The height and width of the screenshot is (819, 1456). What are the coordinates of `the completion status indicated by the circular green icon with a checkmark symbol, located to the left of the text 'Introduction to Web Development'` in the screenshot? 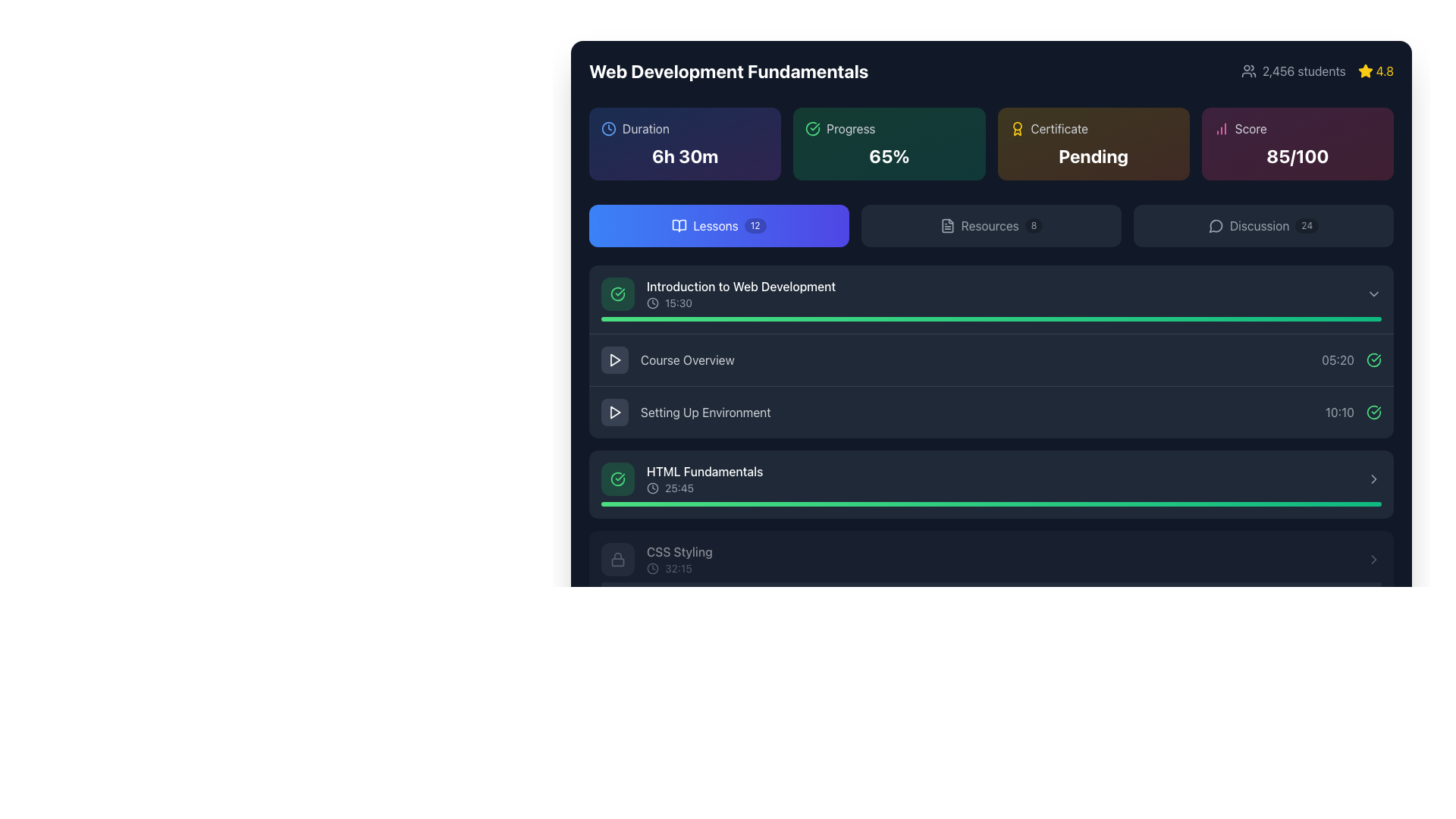 It's located at (618, 294).